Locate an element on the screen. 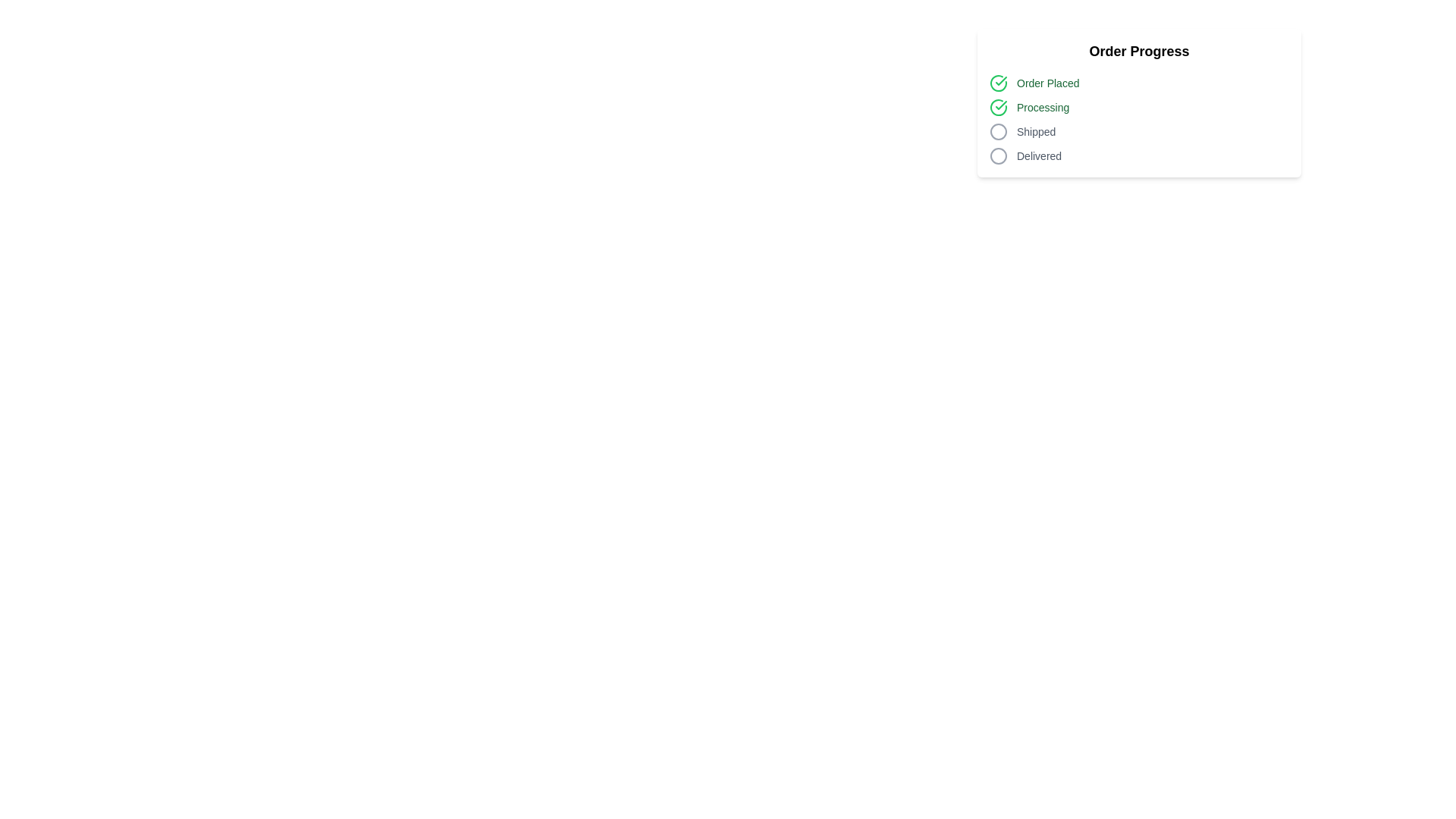 The width and height of the screenshot is (1456, 819). text content of the 'Delivered' step label in the order status list, which is the fourth element aligned with a circular icon within the 'Order Progress' box is located at coordinates (1038, 155).